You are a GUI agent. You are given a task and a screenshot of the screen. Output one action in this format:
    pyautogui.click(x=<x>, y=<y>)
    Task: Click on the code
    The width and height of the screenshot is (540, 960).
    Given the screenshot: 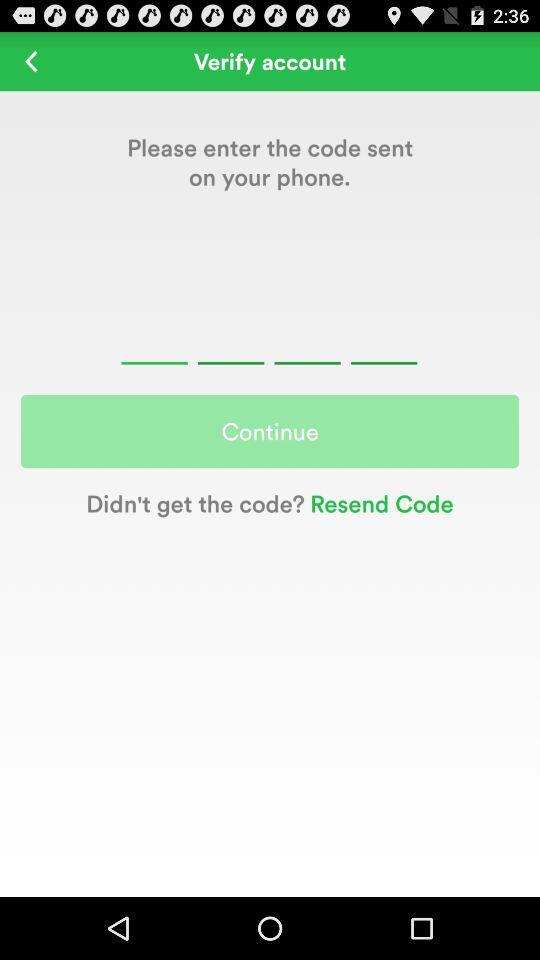 What is the action you would take?
    pyautogui.click(x=269, y=339)
    